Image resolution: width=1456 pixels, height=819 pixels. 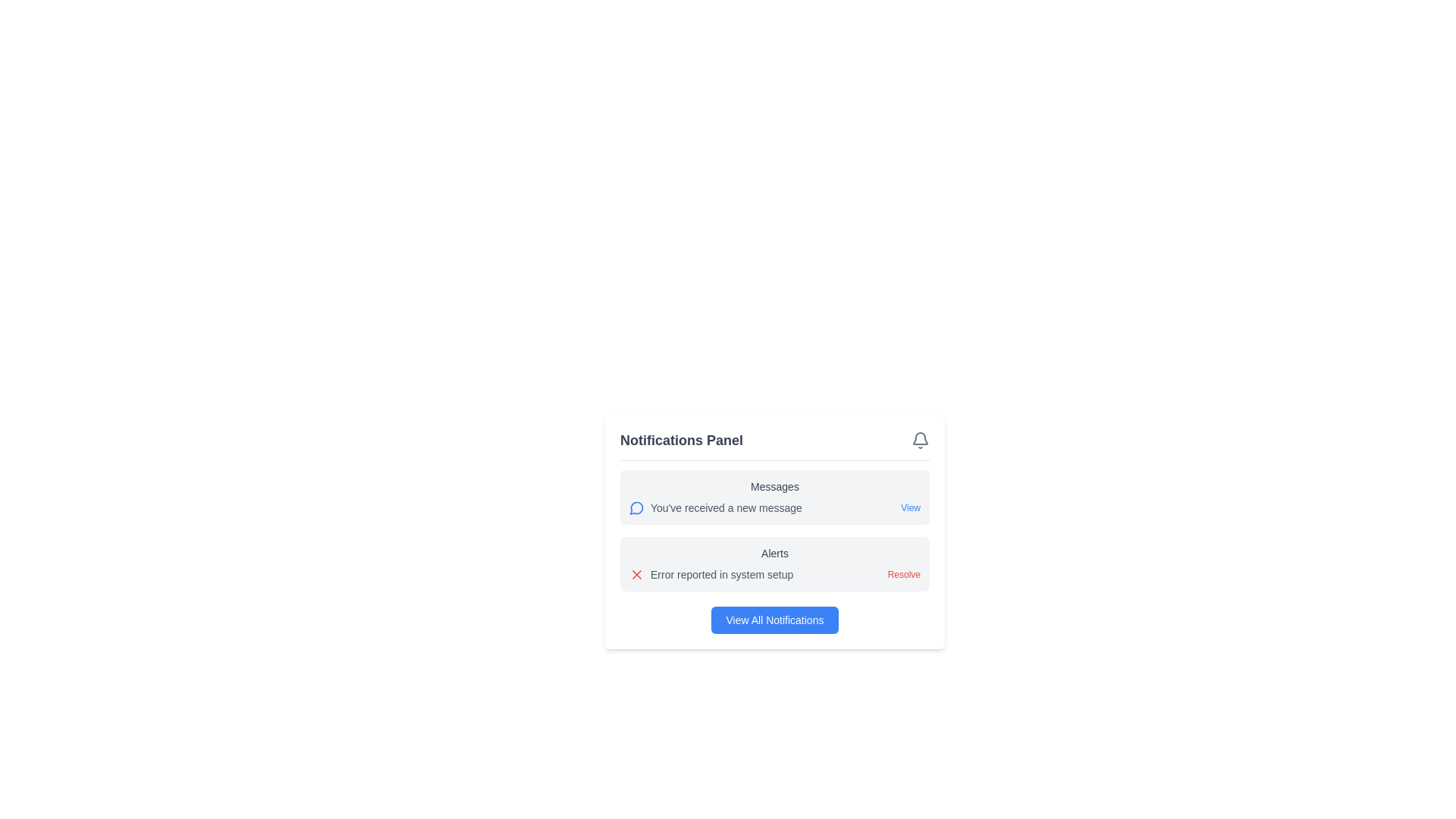 I want to click on the red diagonal cross SVG icon located within the notification framework at the bottom section of the alert panel, adjacent to the textual message, so click(x=637, y=575).